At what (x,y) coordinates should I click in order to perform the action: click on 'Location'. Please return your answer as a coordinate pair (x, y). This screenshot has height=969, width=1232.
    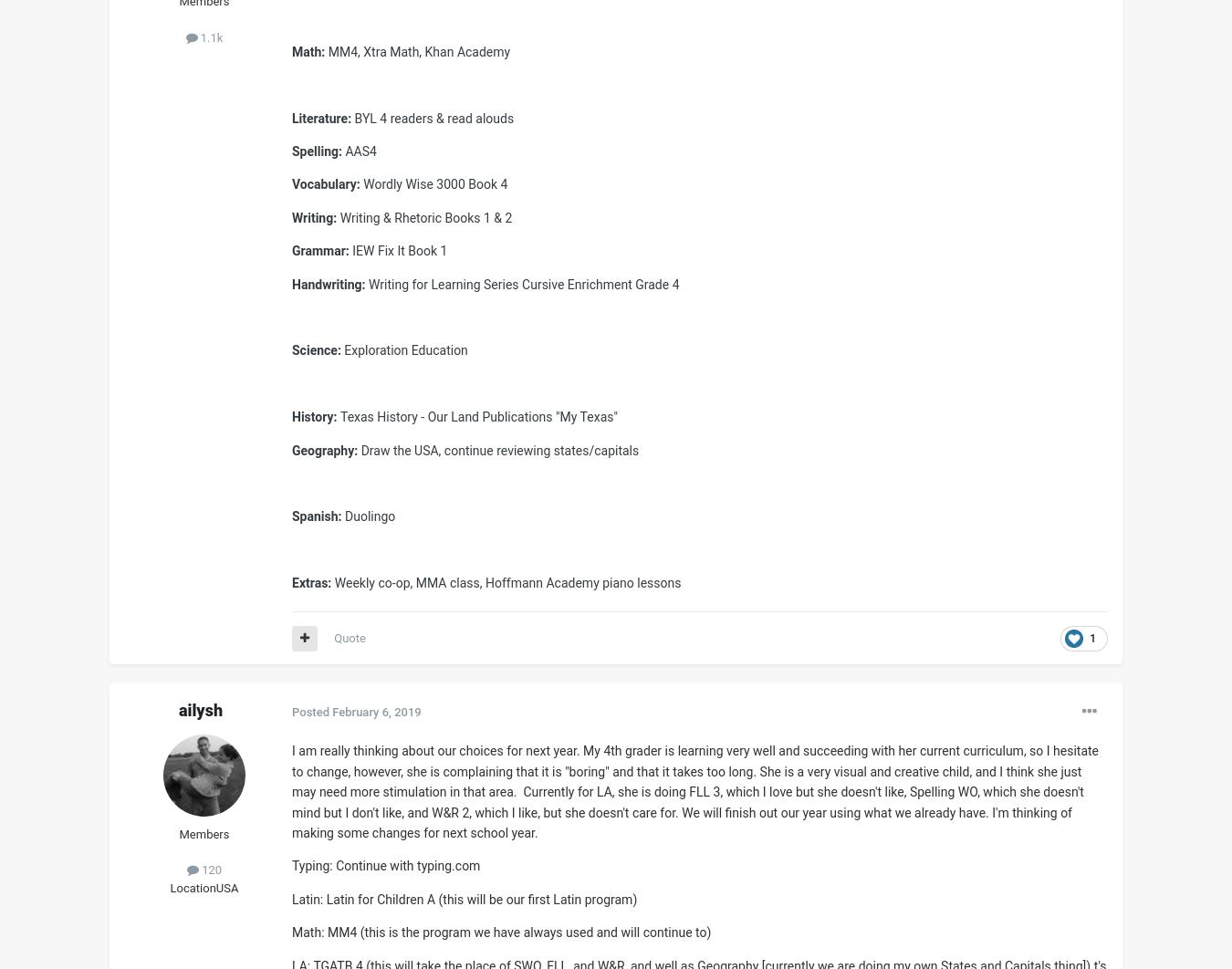
    Looking at the image, I should click on (193, 886).